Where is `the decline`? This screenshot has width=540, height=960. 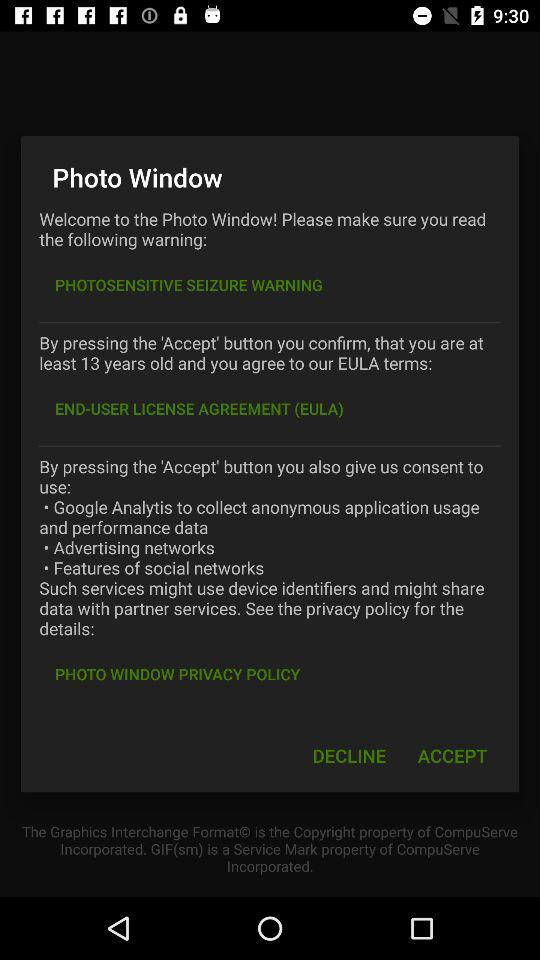
the decline is located at coordinates (348, 754).